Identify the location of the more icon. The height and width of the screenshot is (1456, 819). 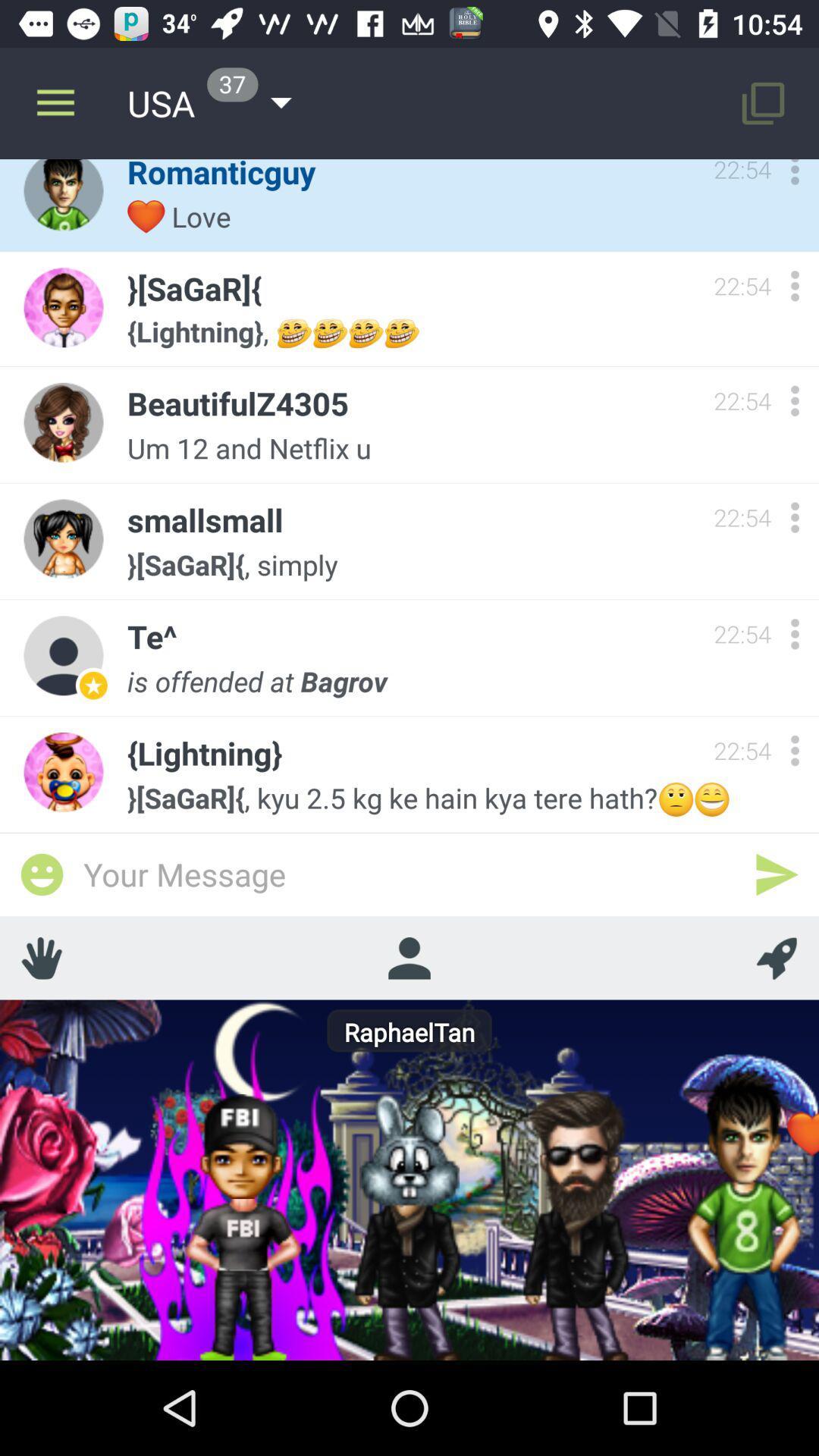
(794, 634).